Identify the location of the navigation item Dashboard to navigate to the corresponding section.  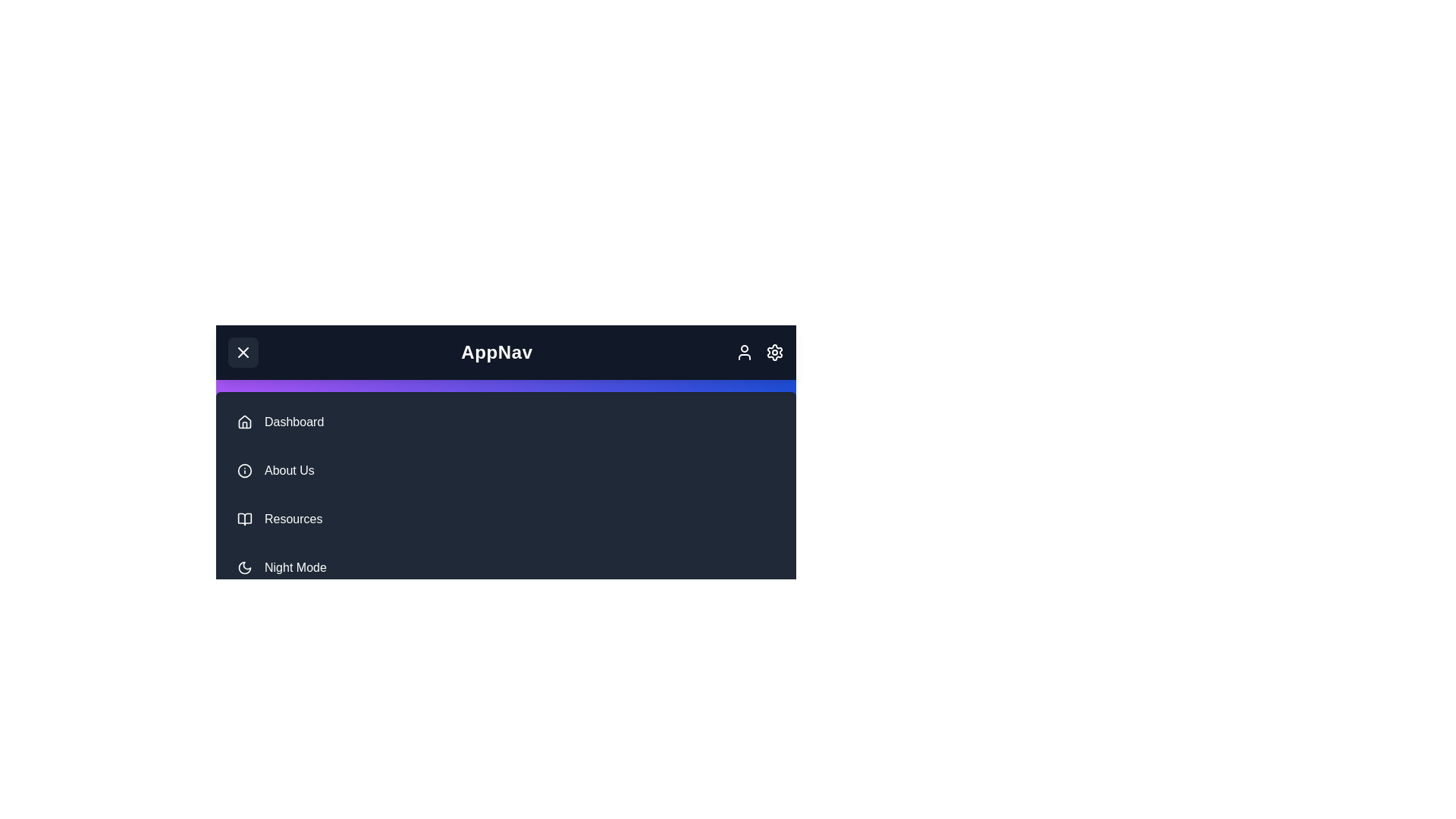
(506, 422).